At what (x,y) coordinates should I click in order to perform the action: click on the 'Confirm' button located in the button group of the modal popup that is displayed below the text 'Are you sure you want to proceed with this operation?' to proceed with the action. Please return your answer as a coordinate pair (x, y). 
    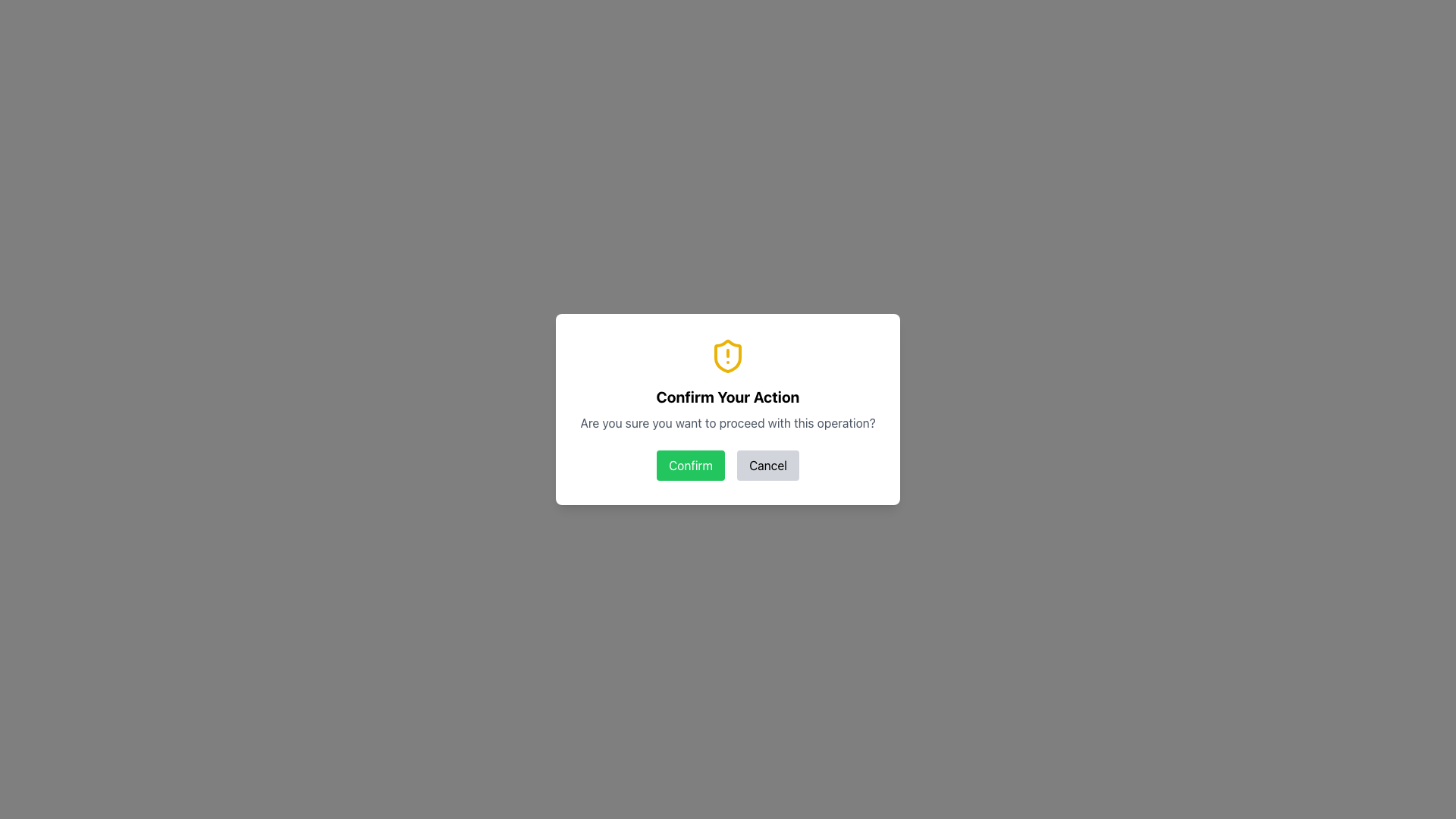
    Looking at the image, I should click on (728, 464).